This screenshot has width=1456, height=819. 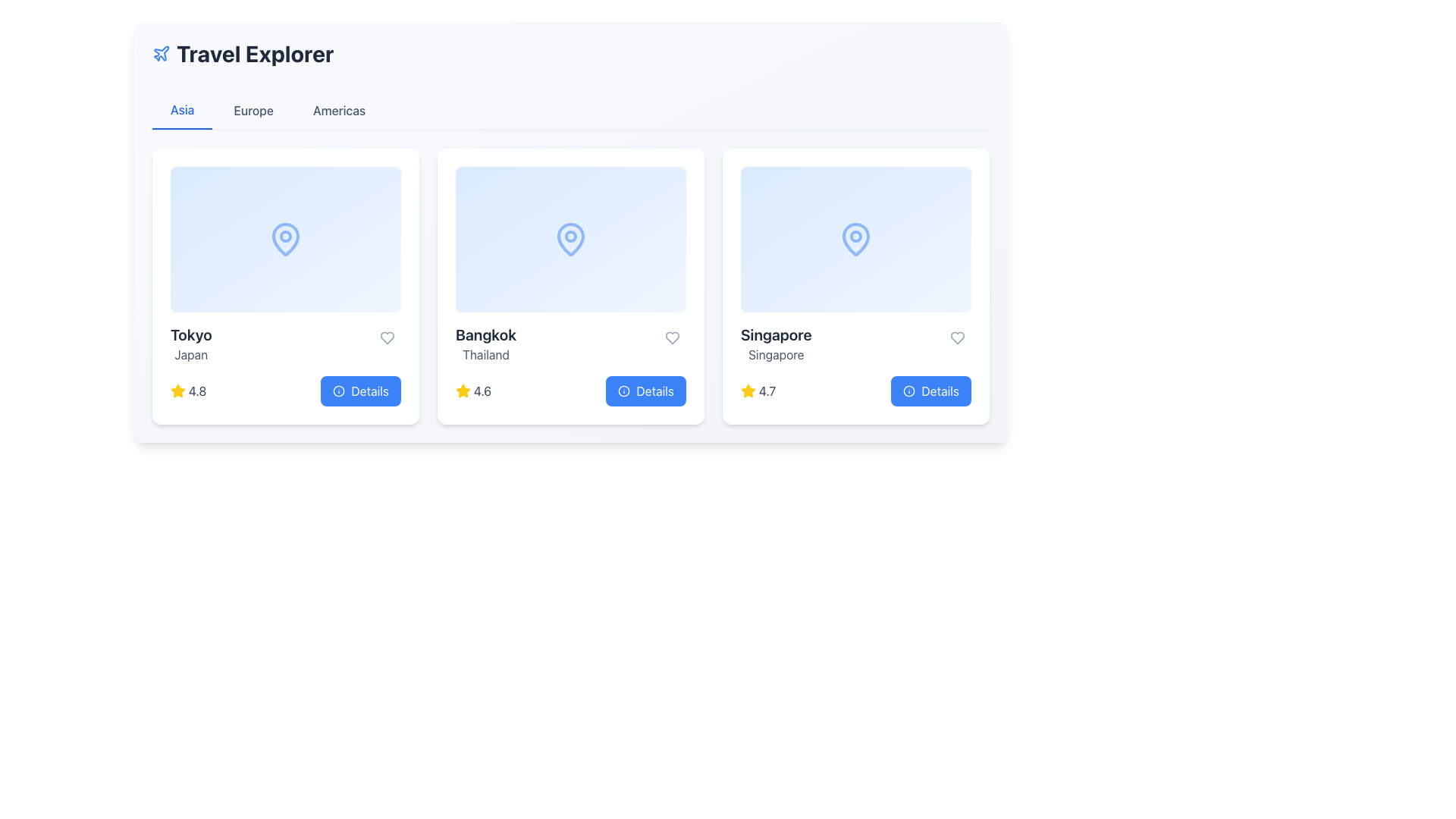 What do you see at coordinates (570, 239) in the screenshot?
I see `the map pin icon located in the second card under the 'Asia' tab of the 'Travel Explorer' section, which serves as a visual indicator for location-related functionality for 'Bangkok, Thailand'` at bounding box center [570, 239].